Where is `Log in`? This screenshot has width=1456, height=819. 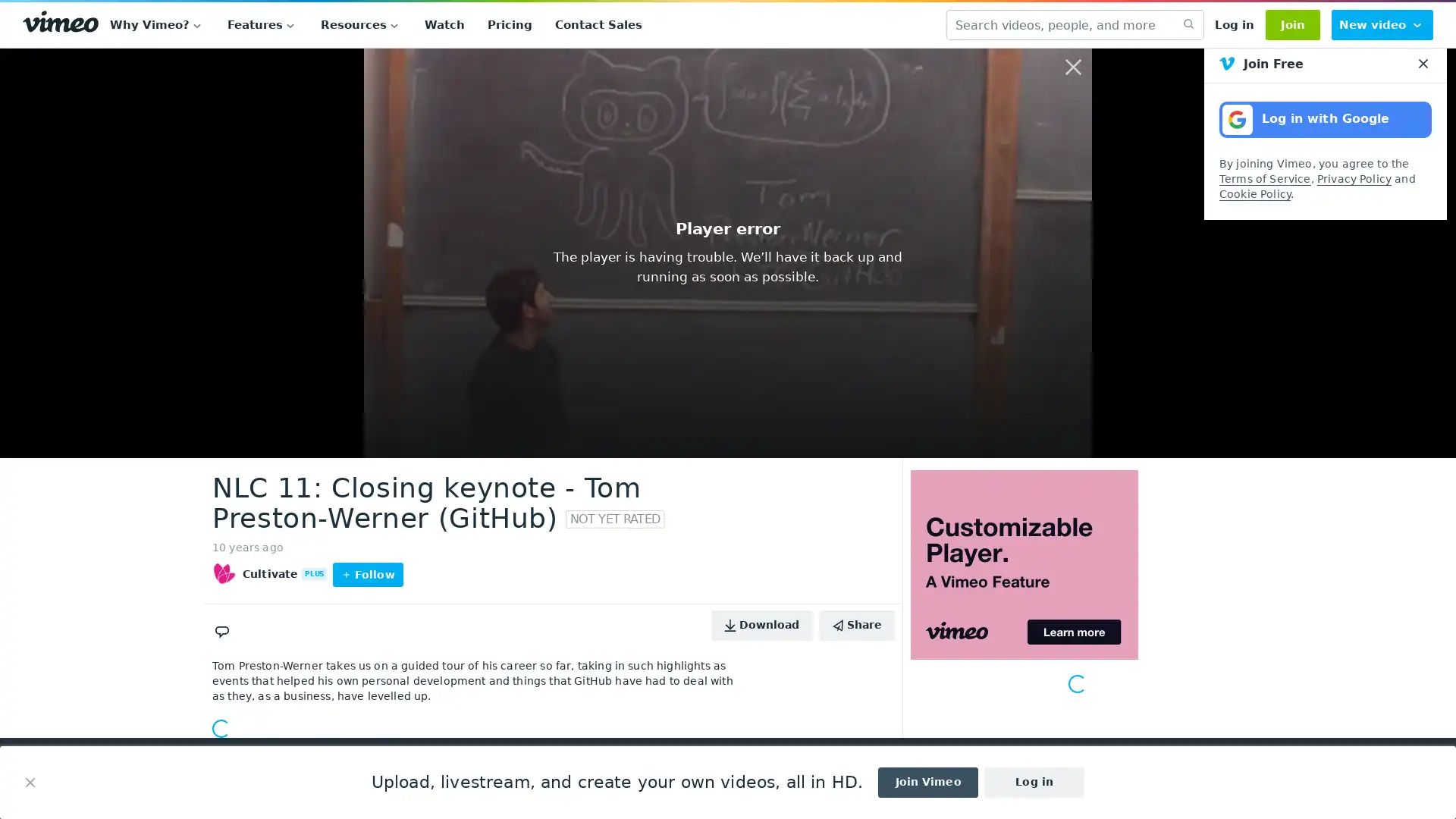 Log in is located at coordinates (1033, 783).